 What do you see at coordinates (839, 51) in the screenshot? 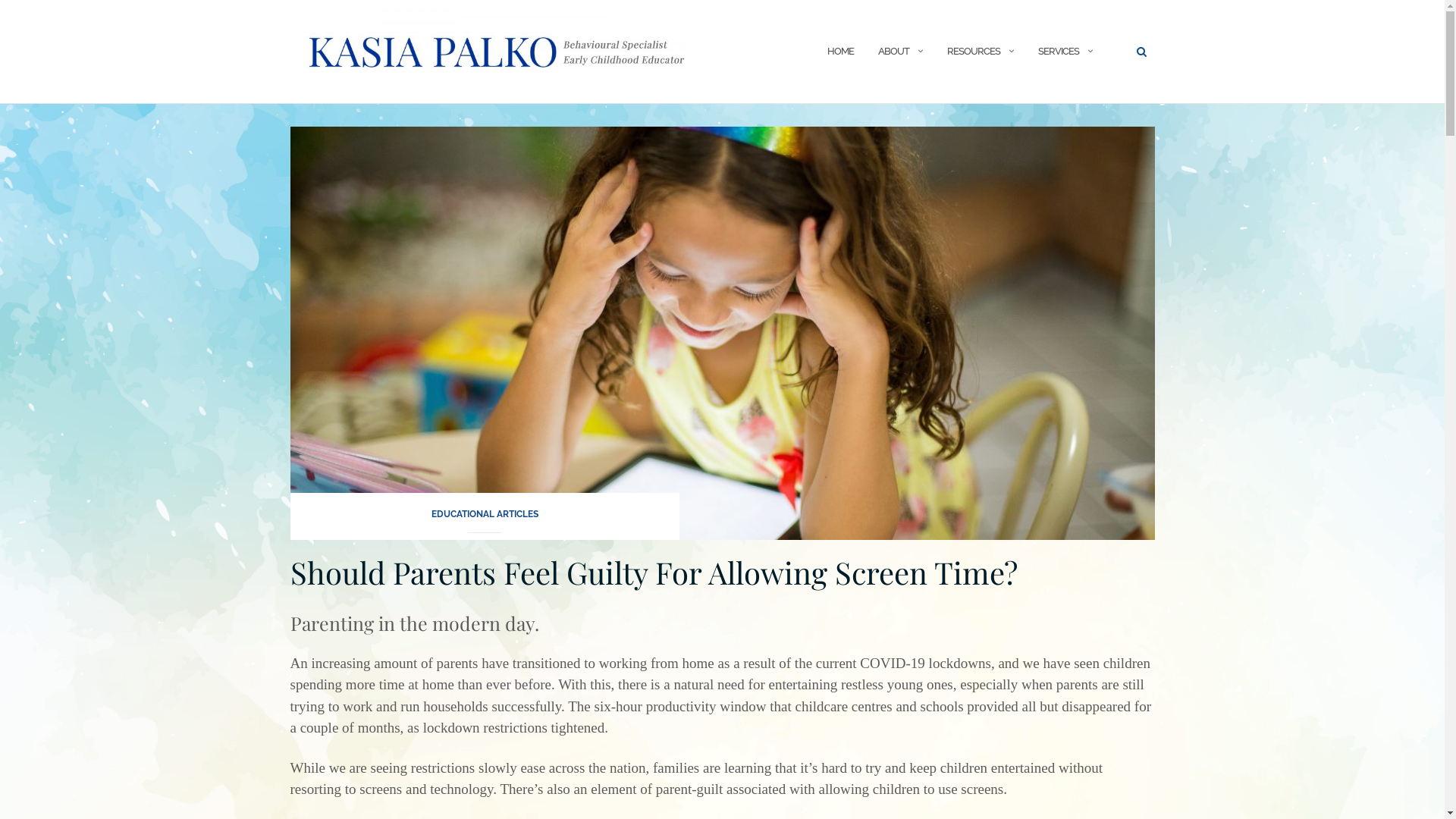
I see `'HOME'` at bounding box center [839, 51].